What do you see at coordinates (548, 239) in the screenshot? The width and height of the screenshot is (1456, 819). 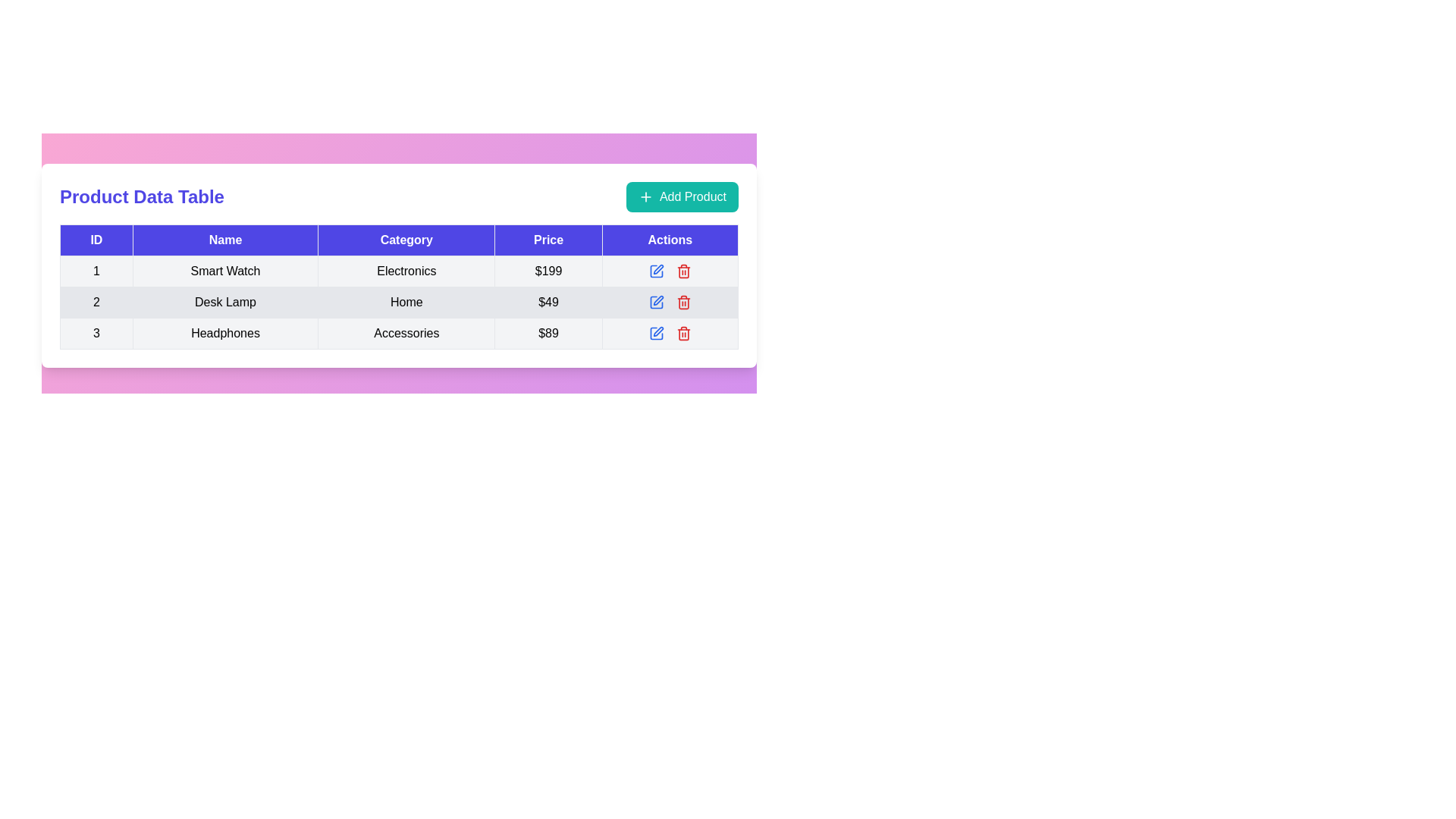 I see `the header label for the price column in the table, which is the fourth element in the header row, located between the 'Category' and 'Actions' labels` at bounding box center [548, 239].